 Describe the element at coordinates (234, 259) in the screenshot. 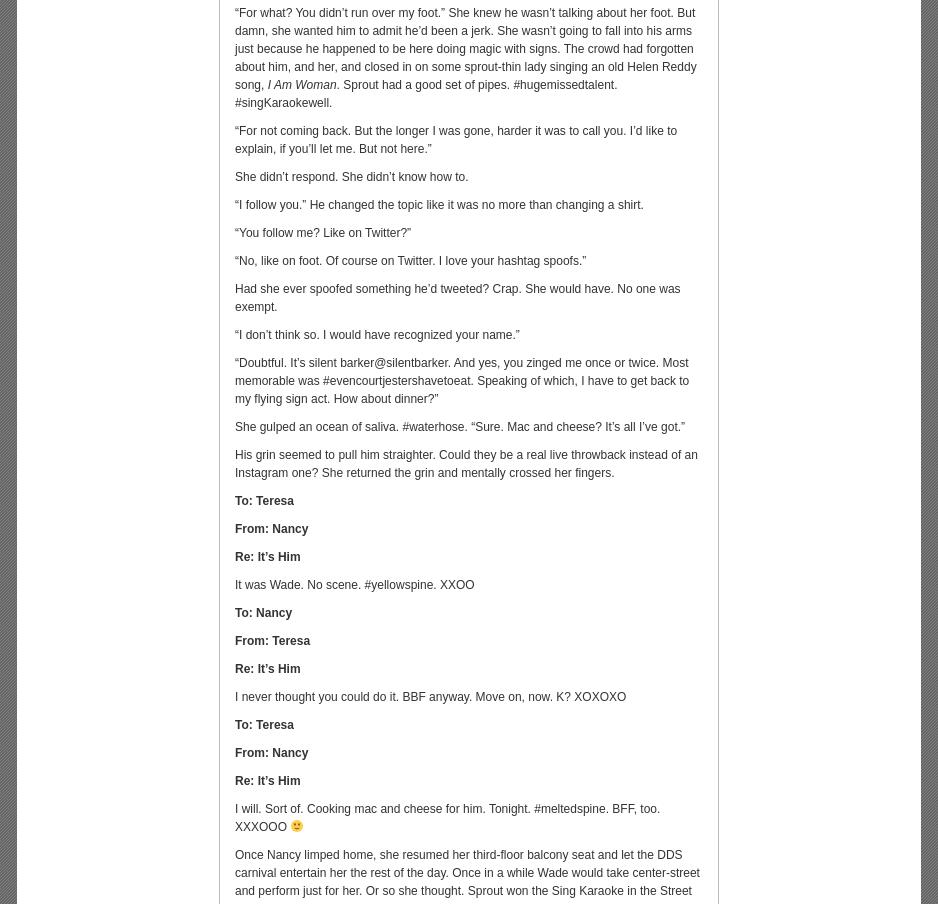

I see `'“No, like on foot. Of course on Twitter. I love your hashtag spoofs.”'` at that location.